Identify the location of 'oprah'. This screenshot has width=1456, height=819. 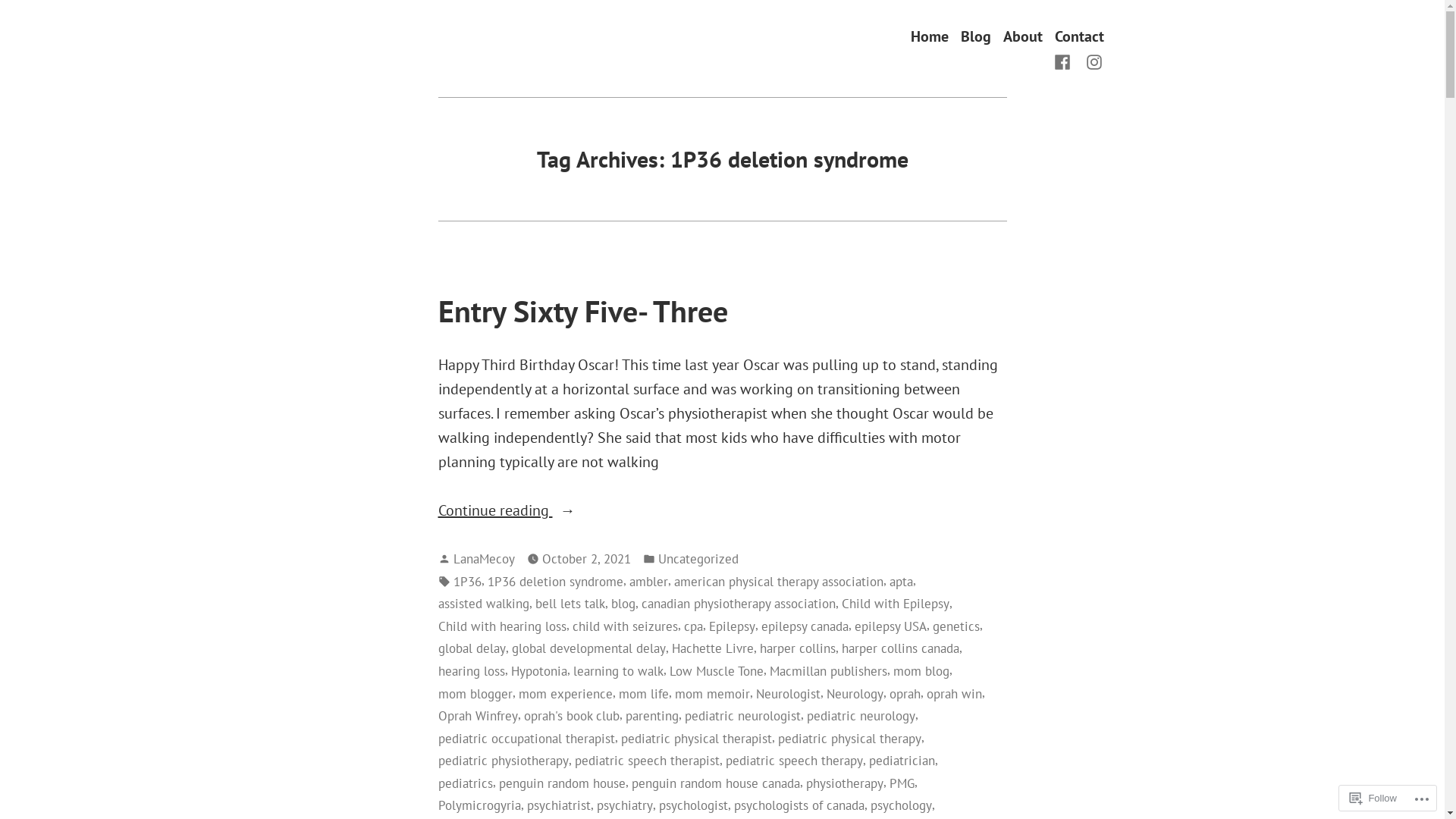
(904, 693).